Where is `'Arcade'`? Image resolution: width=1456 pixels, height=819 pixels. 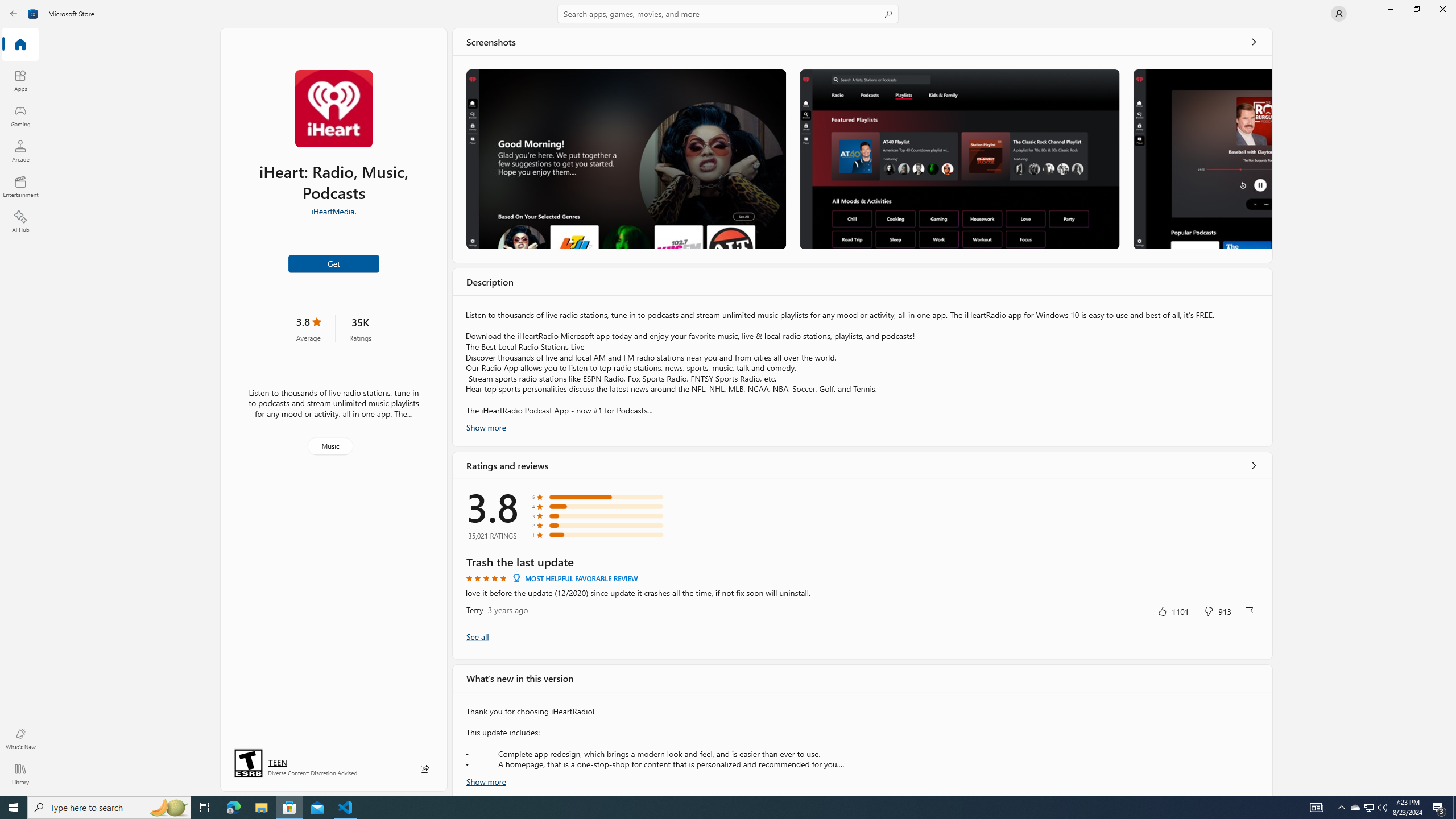 'Arcade' is located at coordinates (19, 150).